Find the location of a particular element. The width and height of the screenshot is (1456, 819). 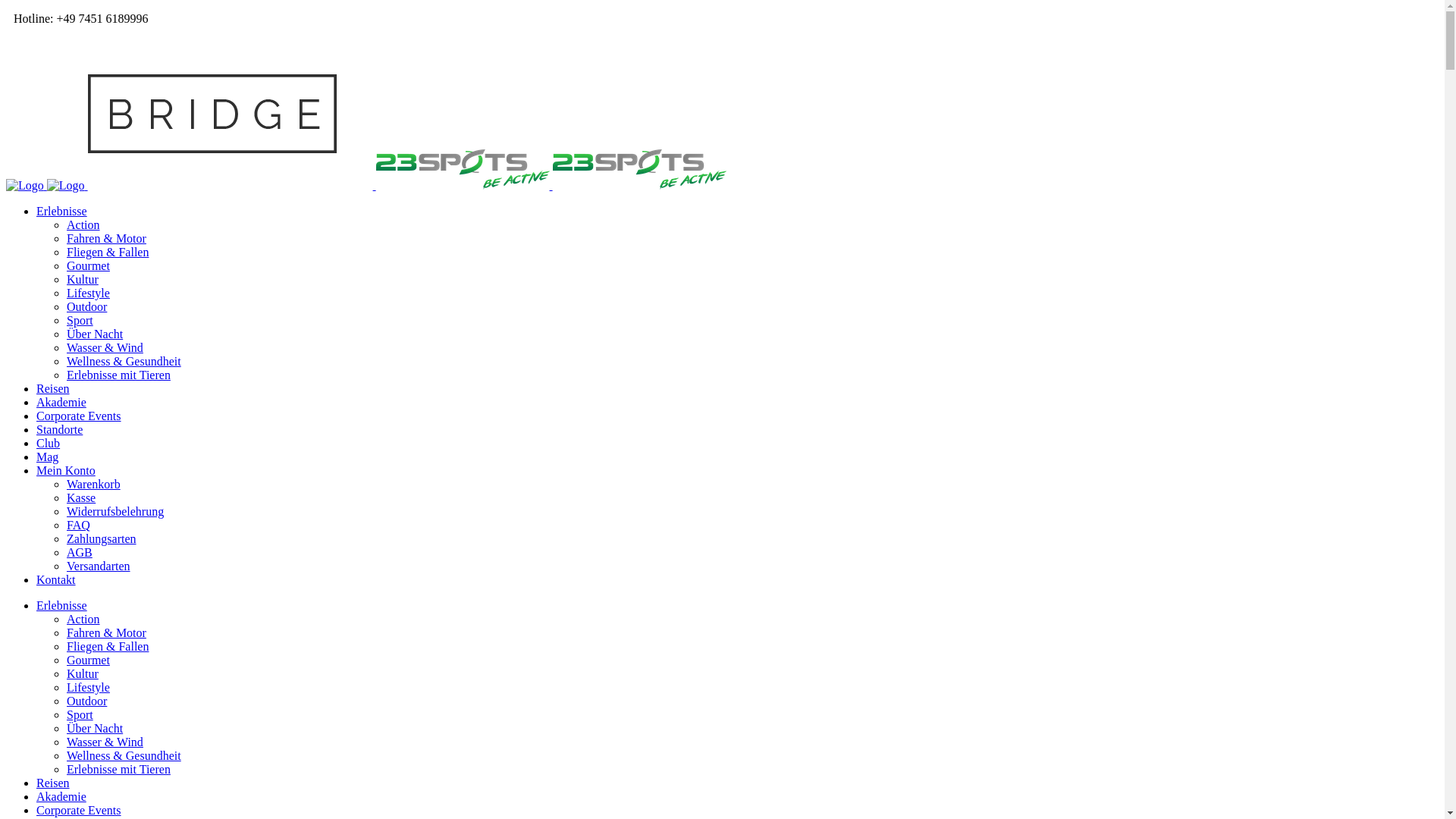

'Kultur' is located at coordinates (82, 673).